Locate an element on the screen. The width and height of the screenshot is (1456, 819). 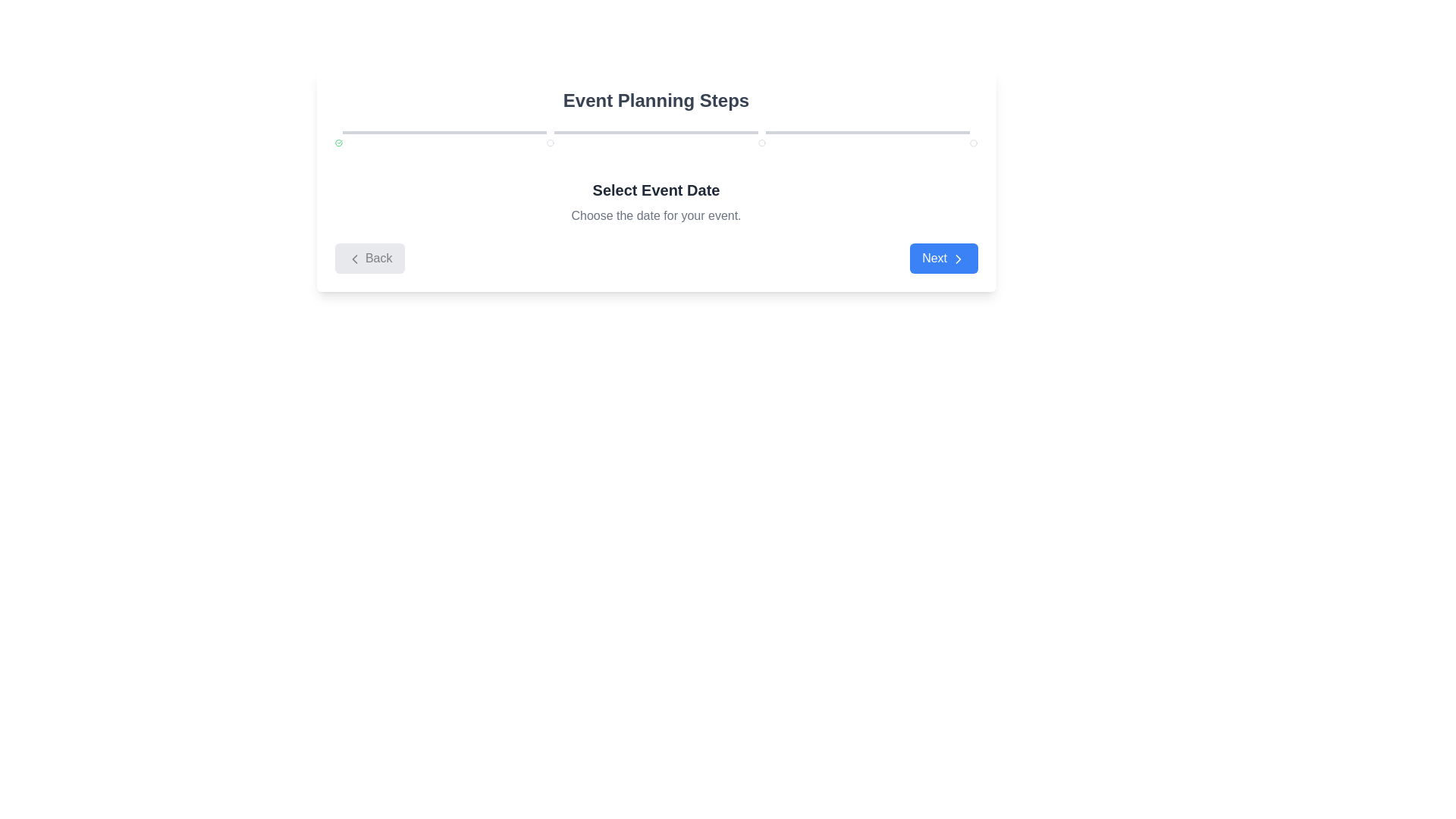
the fourth circular graphical indicator element, which is gray and part of a progress indicator layout, located in the top central region of the interface is located at coordinates (762, 143).